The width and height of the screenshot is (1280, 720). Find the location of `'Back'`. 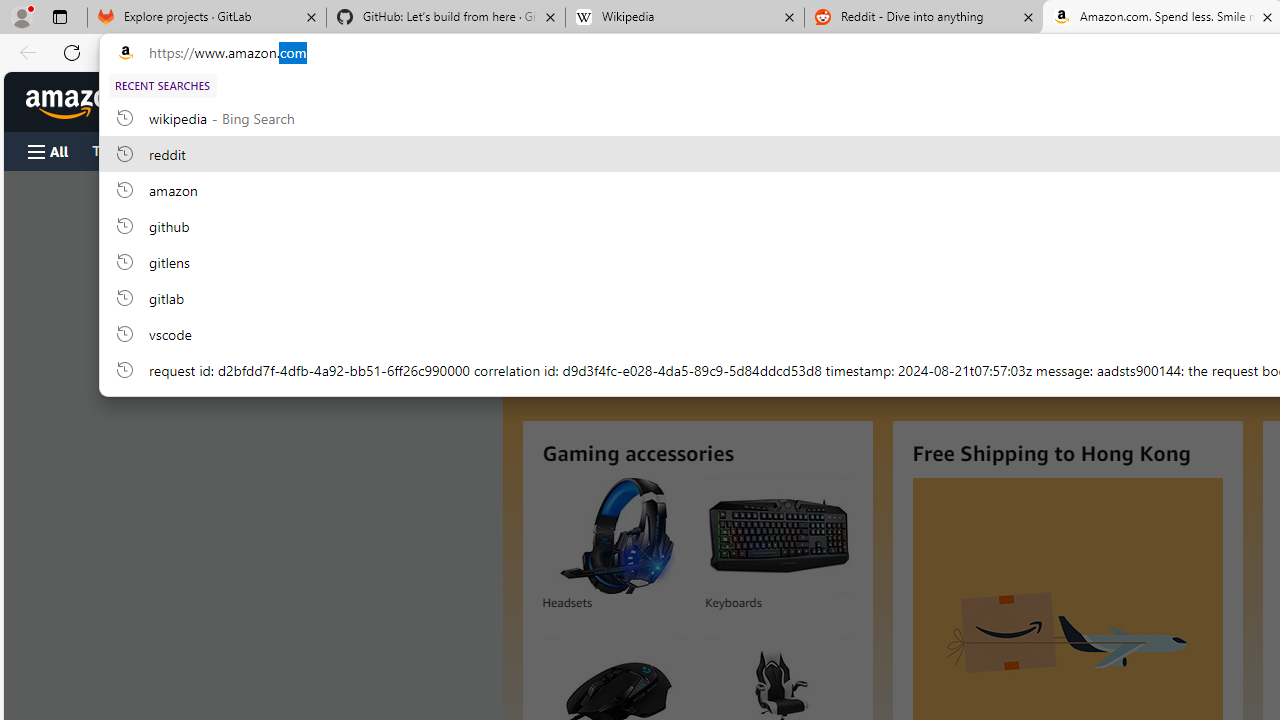

'Back' is located at coordinates (24, 51).